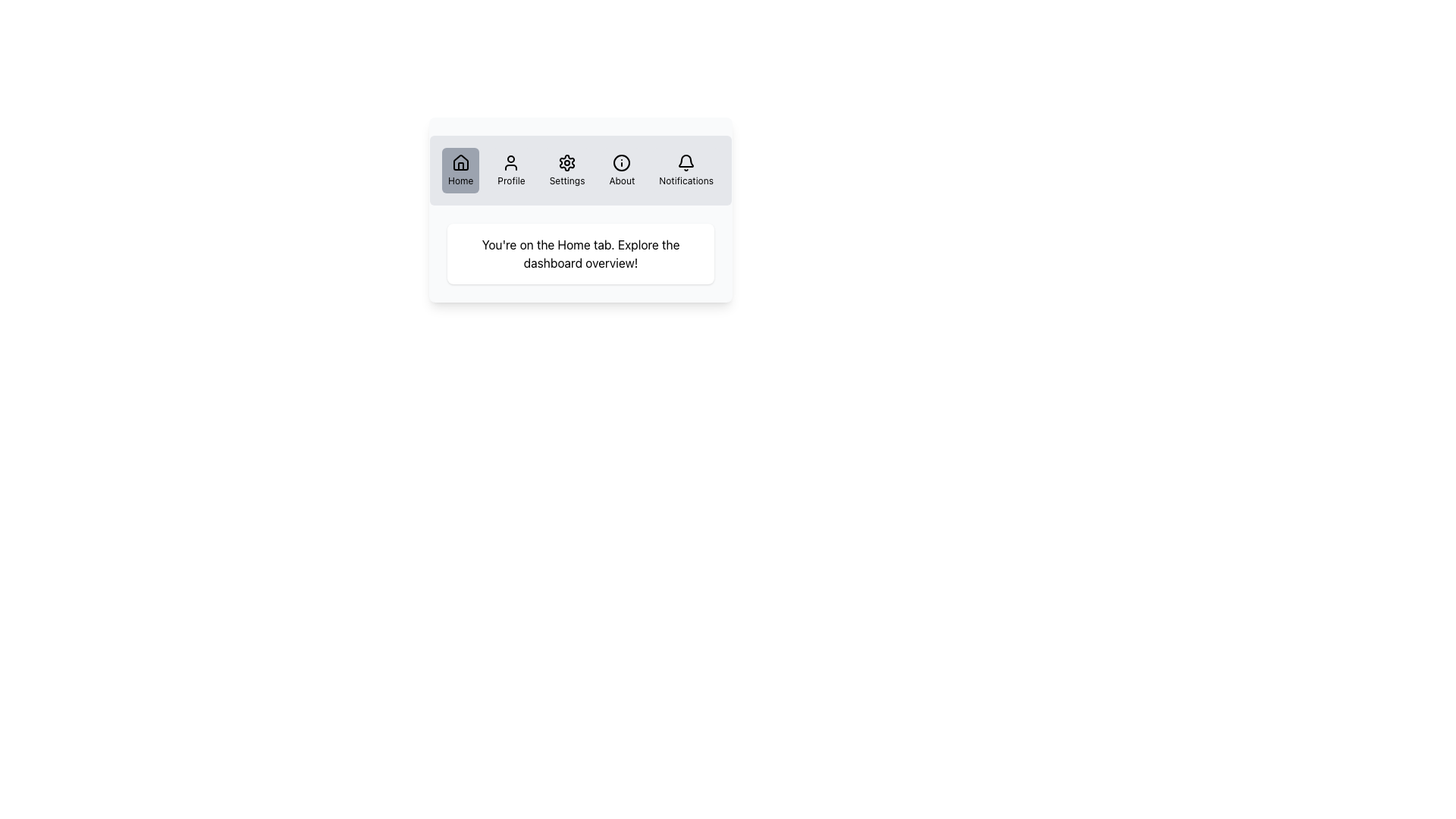 The height and width of the screenshot is (819, 1456). Describe the element at coordinates (686, 170) in the screenshot. I see `the Notifications button, which is a vertically oriented button with a bell icon and light gray background located in the far right of the navigation menu` at that location.